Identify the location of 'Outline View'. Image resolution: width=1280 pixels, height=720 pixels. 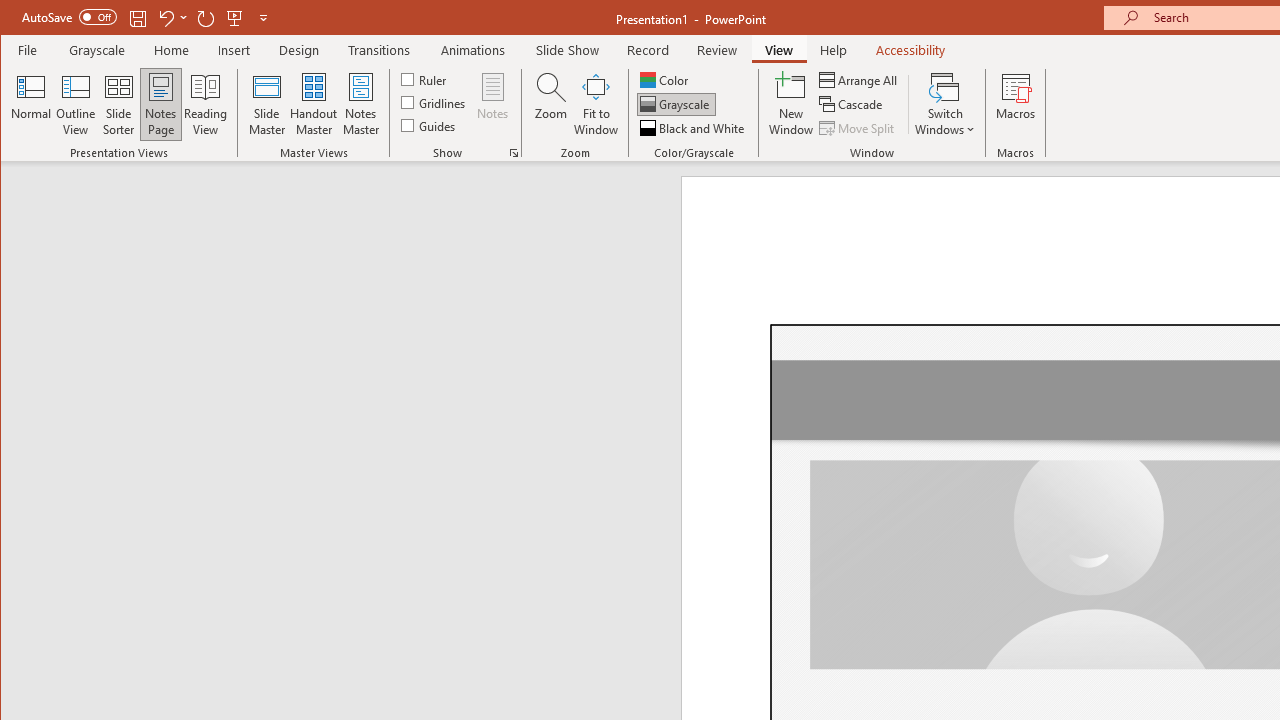
(76, 104).